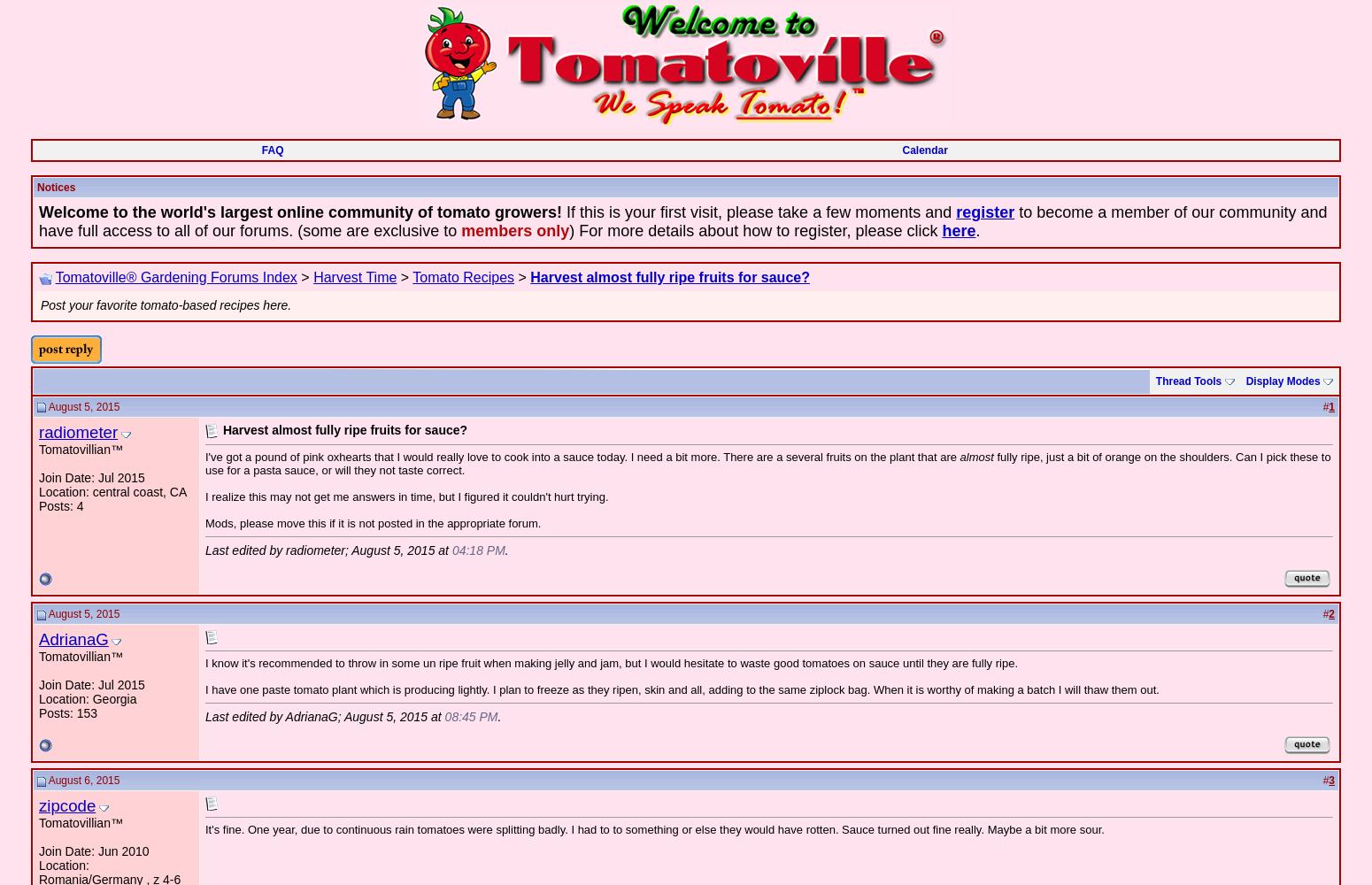  I want to click on 'Welcome to the world's largest online community of tomato growers!', so click(38, 212).